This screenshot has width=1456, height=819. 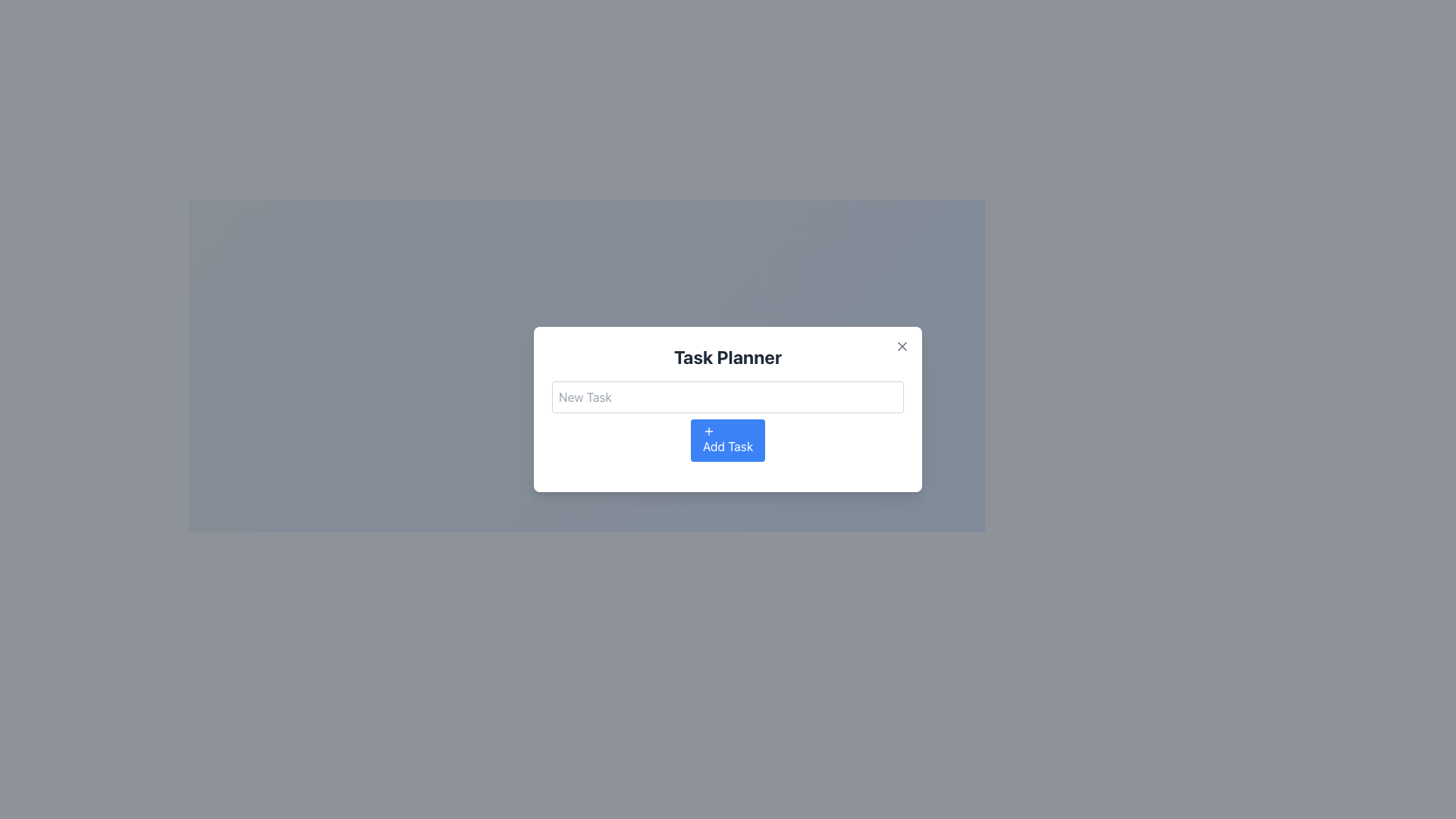 I want to click on the close button located at the top-right corner of the 'Task Planner' modal, so click(x=902, y=346).